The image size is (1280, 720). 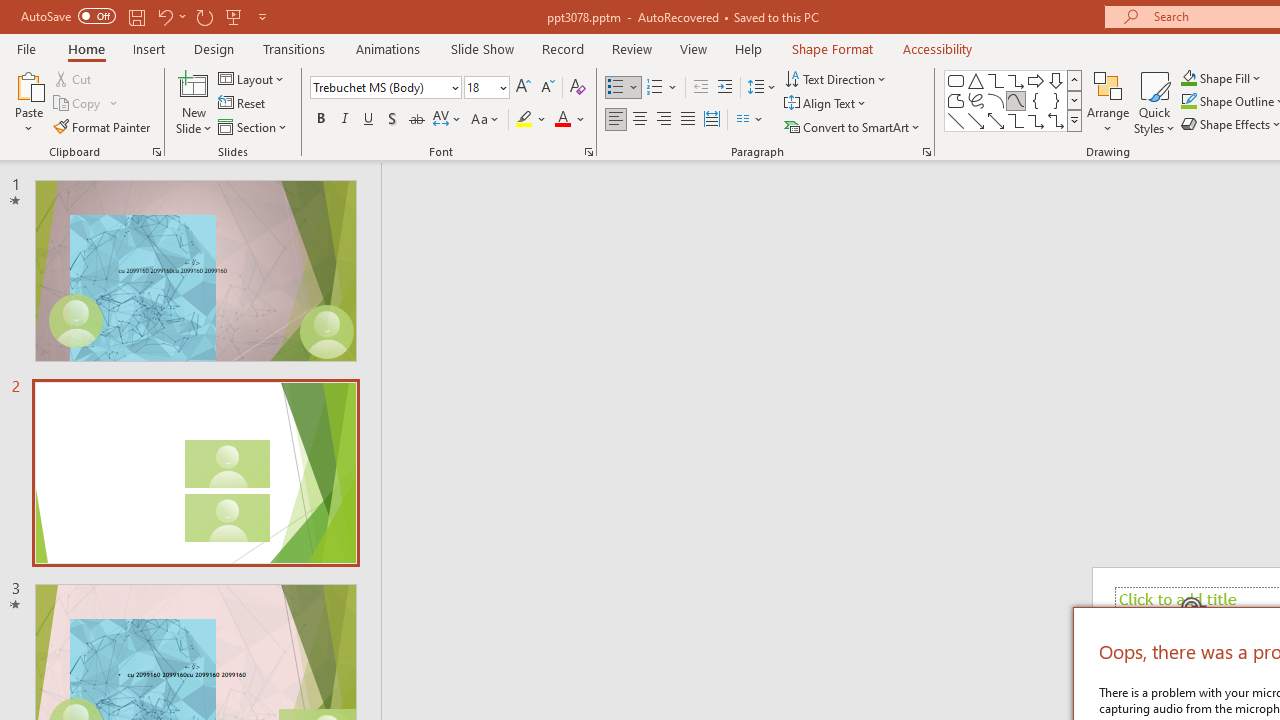 I want to click on 'Shape Outline Green, Accent 1', so click(x=1189, y=101).